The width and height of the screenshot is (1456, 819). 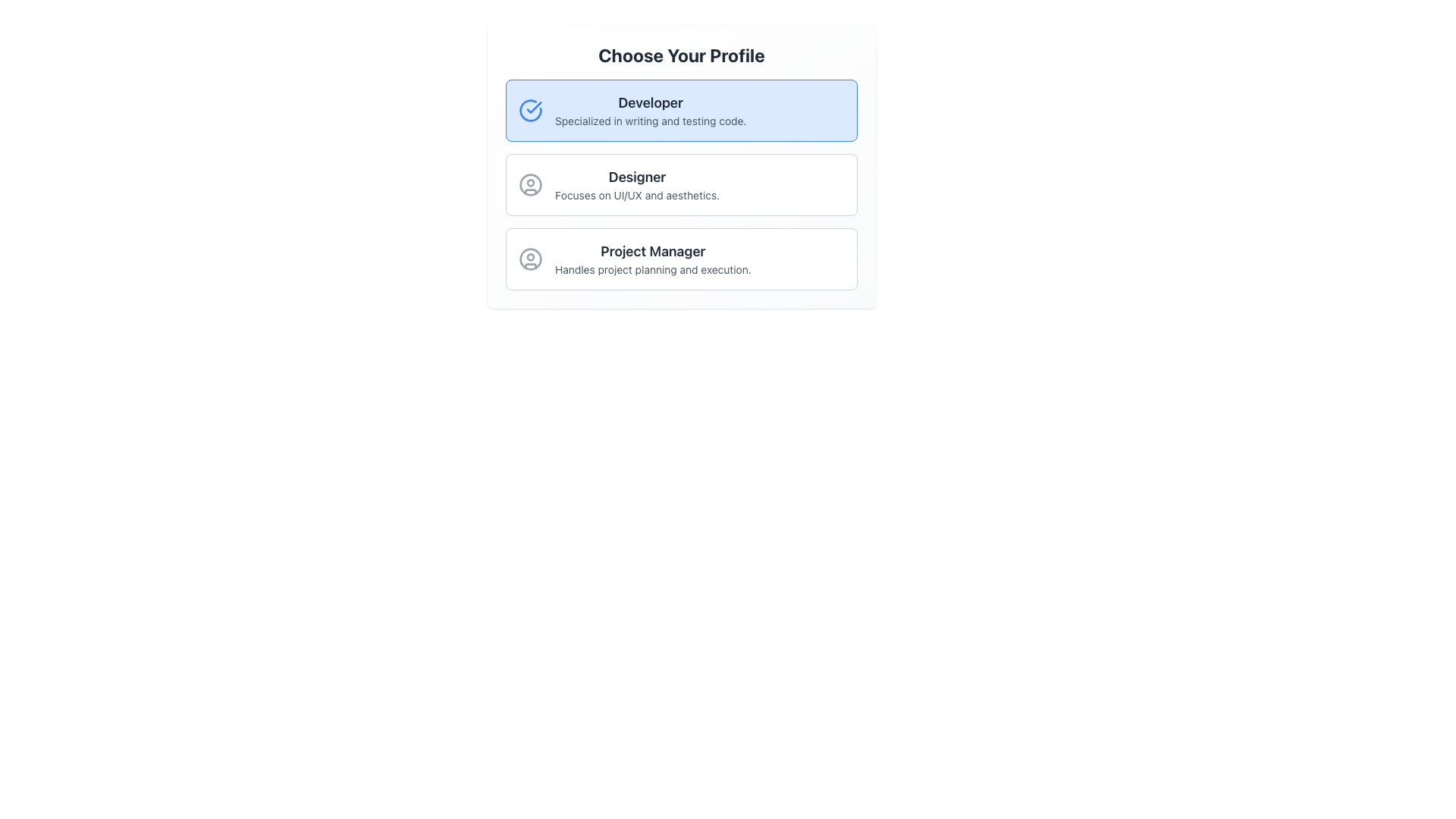 I want to click on the circular gray profile icon representing a user, which is located to the left of the text 'Designer' and 'Focuses on UI/UX and aesthetics.', so click(x=531, y=184).